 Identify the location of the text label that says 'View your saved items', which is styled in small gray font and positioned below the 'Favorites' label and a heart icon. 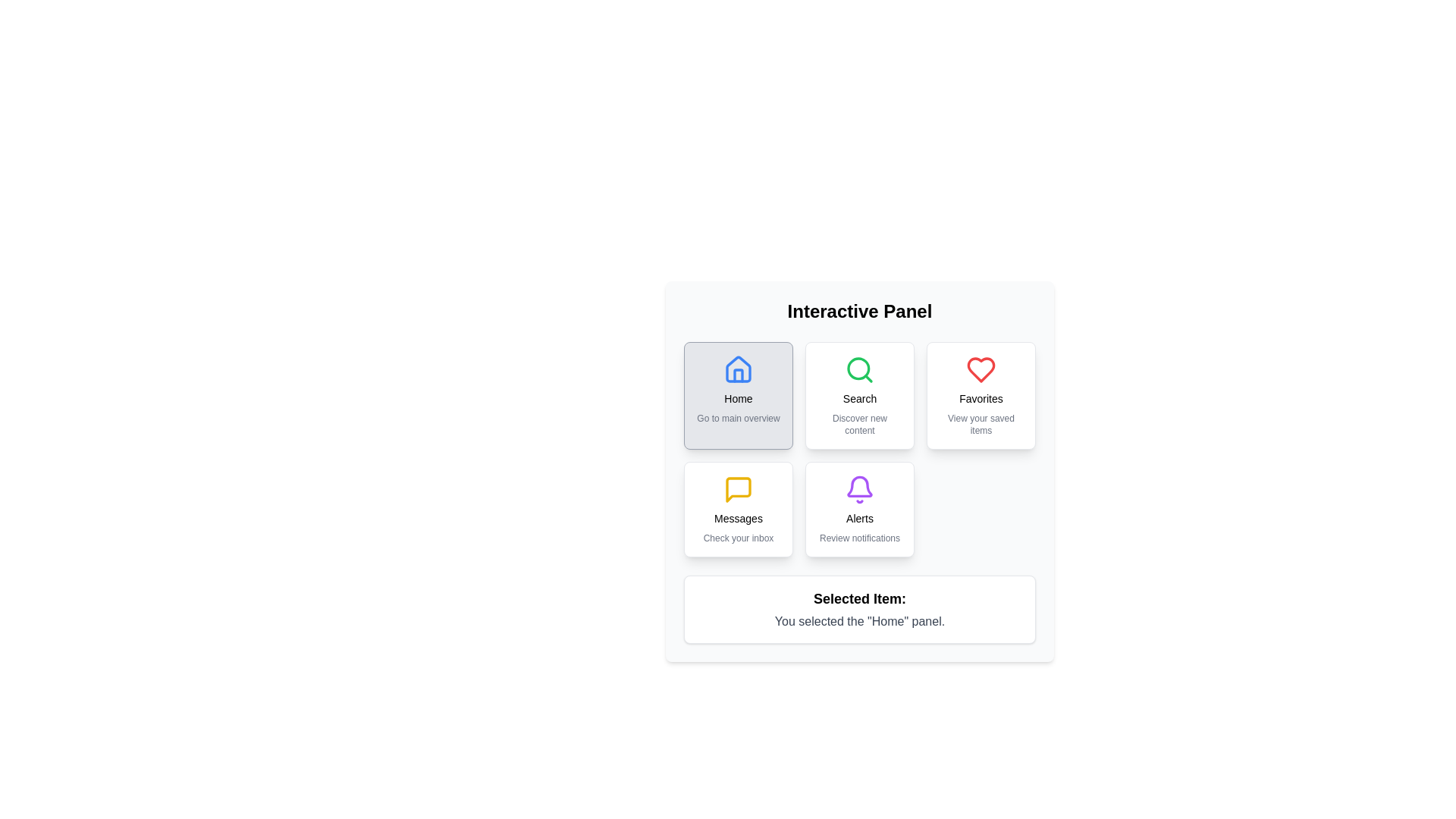
(981, 424).